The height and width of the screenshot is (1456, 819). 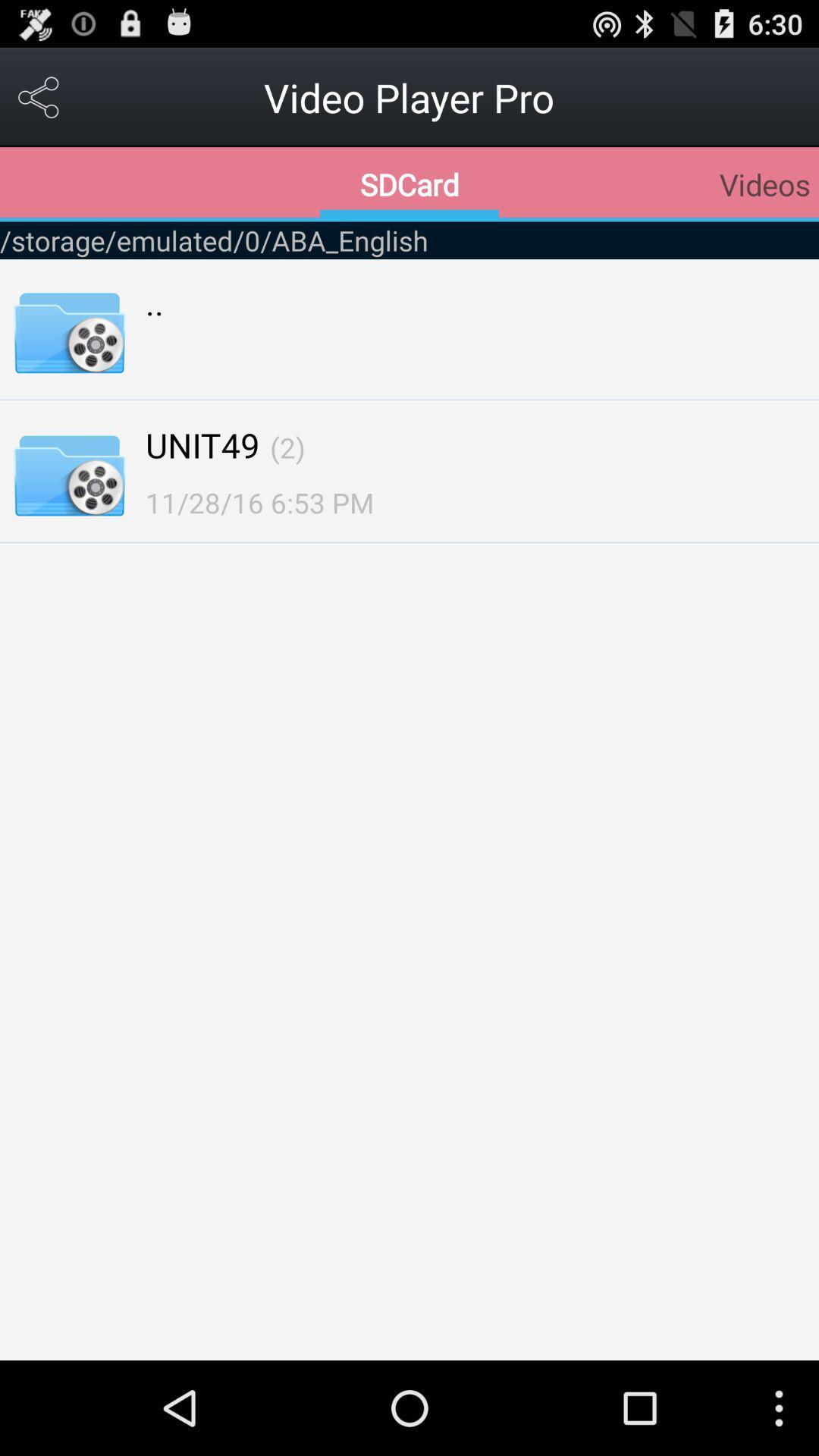 I want to click on 11 28 16, so click(x=259, y=502).